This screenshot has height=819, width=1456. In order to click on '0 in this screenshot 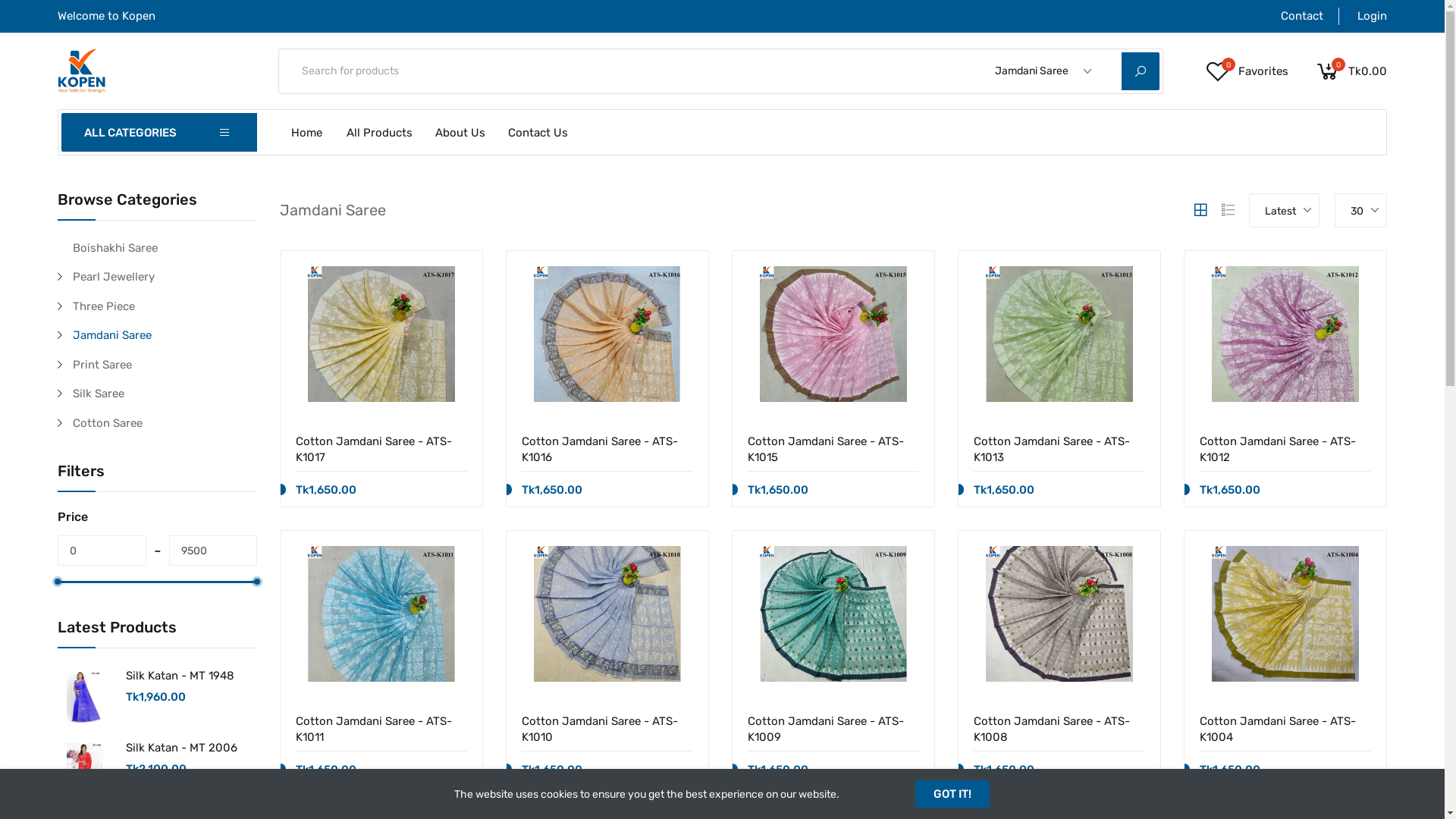, I will do `click(1203, 71)`.